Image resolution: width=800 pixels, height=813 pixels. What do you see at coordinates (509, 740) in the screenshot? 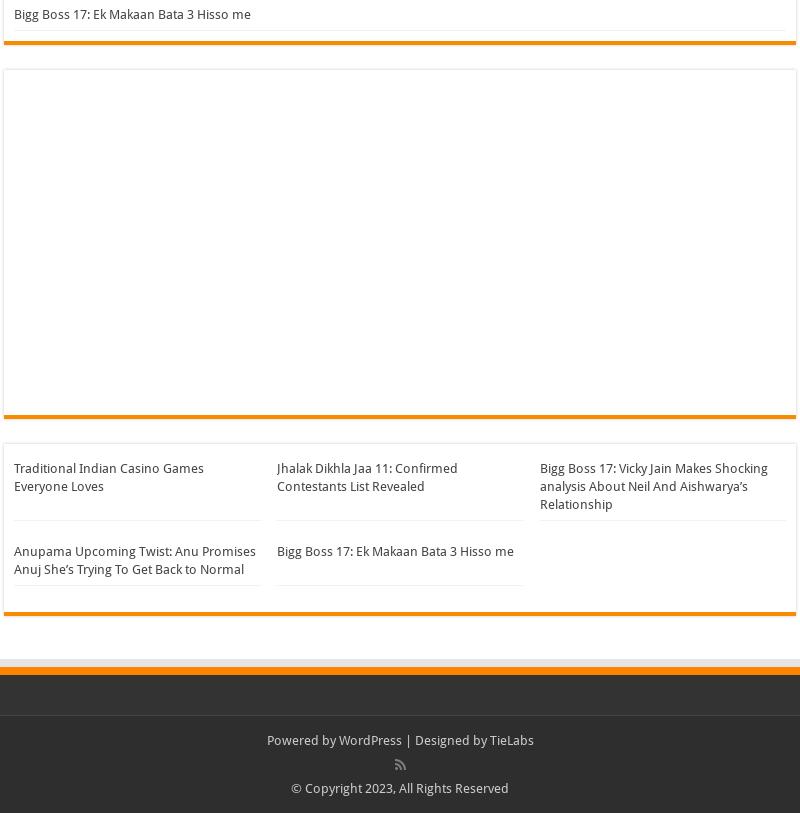
I see `'TieLabs'` at bounding box center [509, 740].